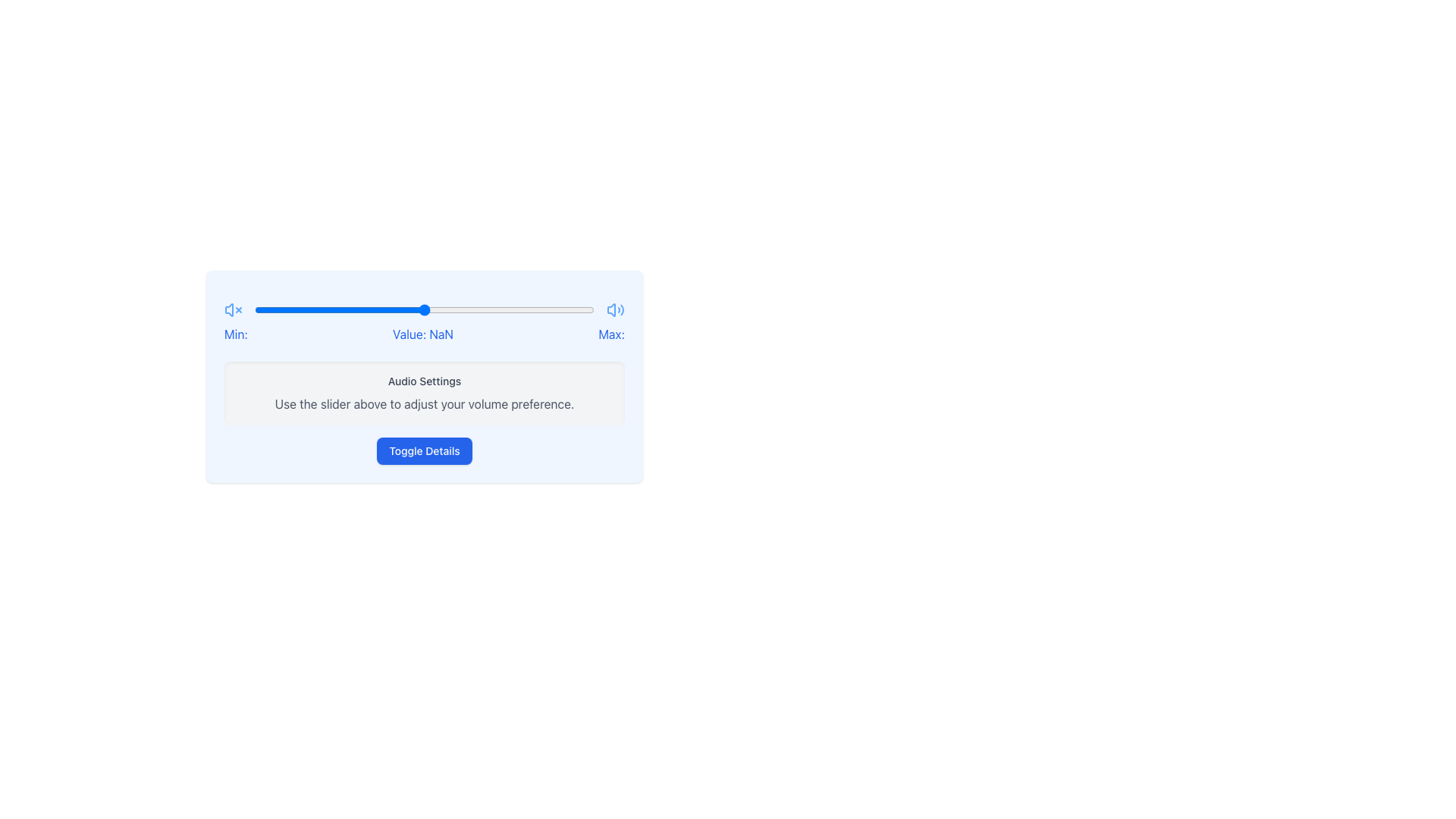 This screenshot has width=1456, height=819. What do you see at coordinates (513, 309) in the screenshot?
I see `the slider` at bounding box center [513, 309].